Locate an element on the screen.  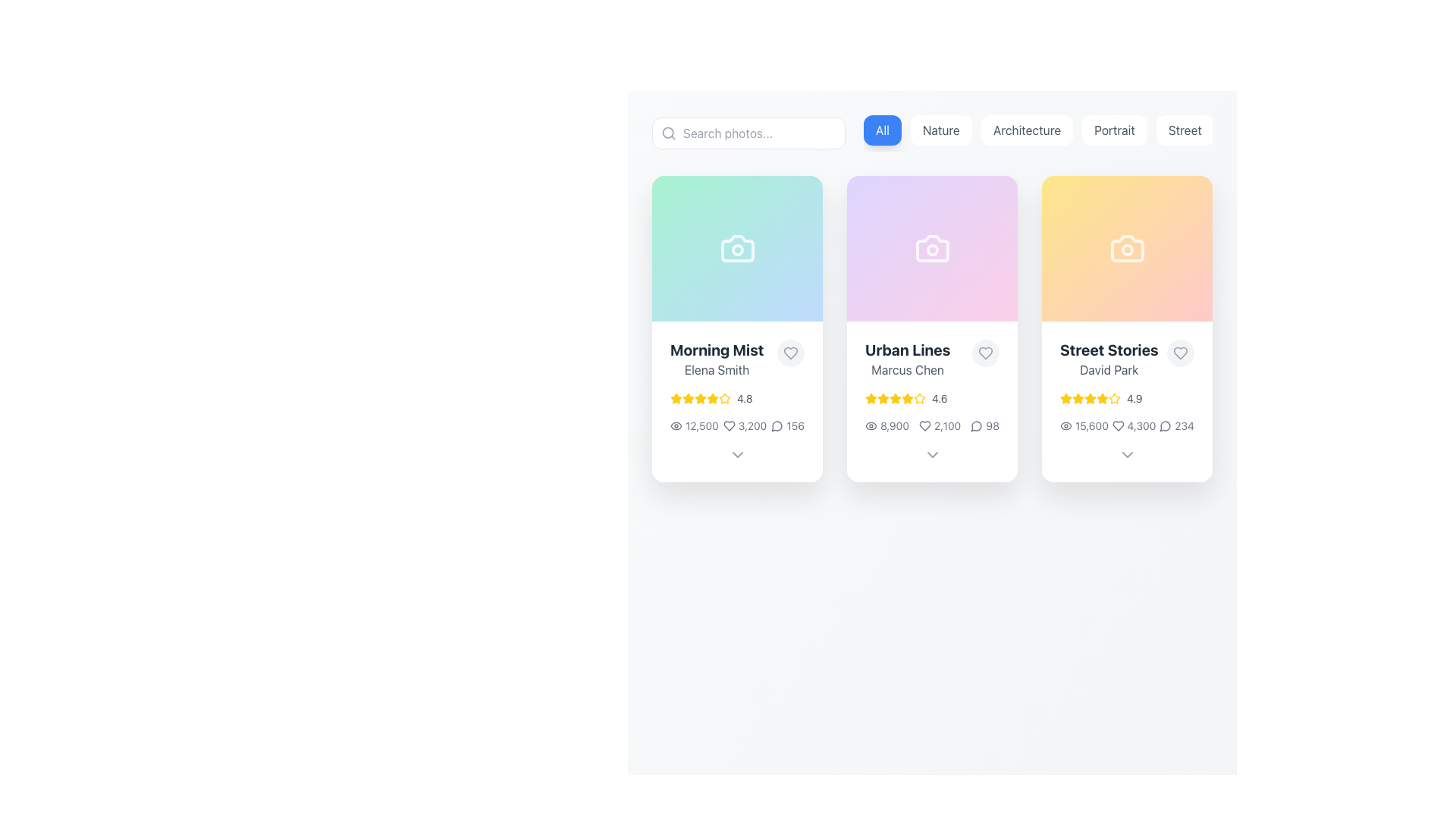
the text label displaying '4.8' next to the yellow rating stars in the 'Morning Mist' card layout is located at coordinates (745, 397).